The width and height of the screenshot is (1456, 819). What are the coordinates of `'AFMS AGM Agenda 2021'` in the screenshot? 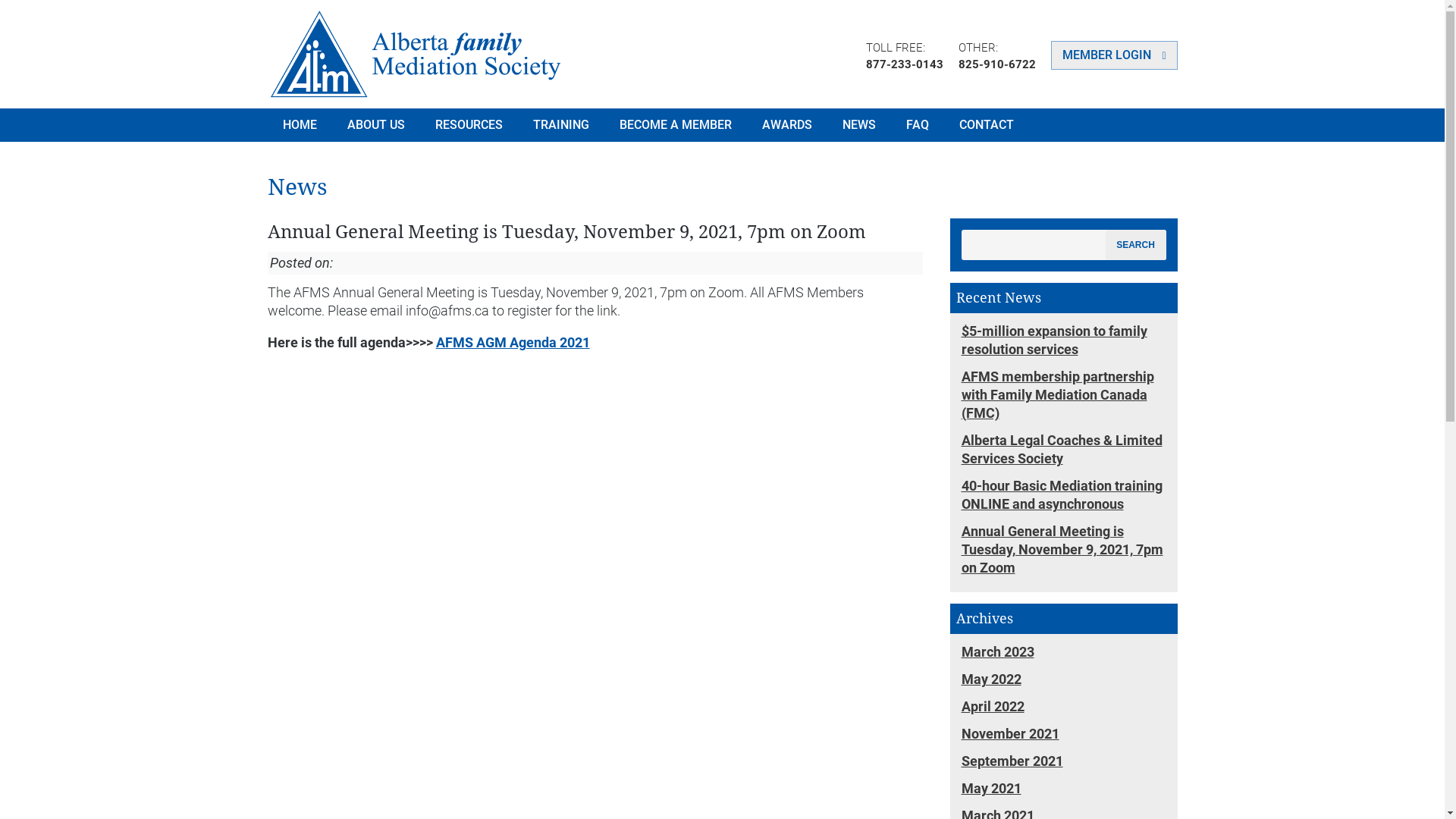 It's located at (512, 342).